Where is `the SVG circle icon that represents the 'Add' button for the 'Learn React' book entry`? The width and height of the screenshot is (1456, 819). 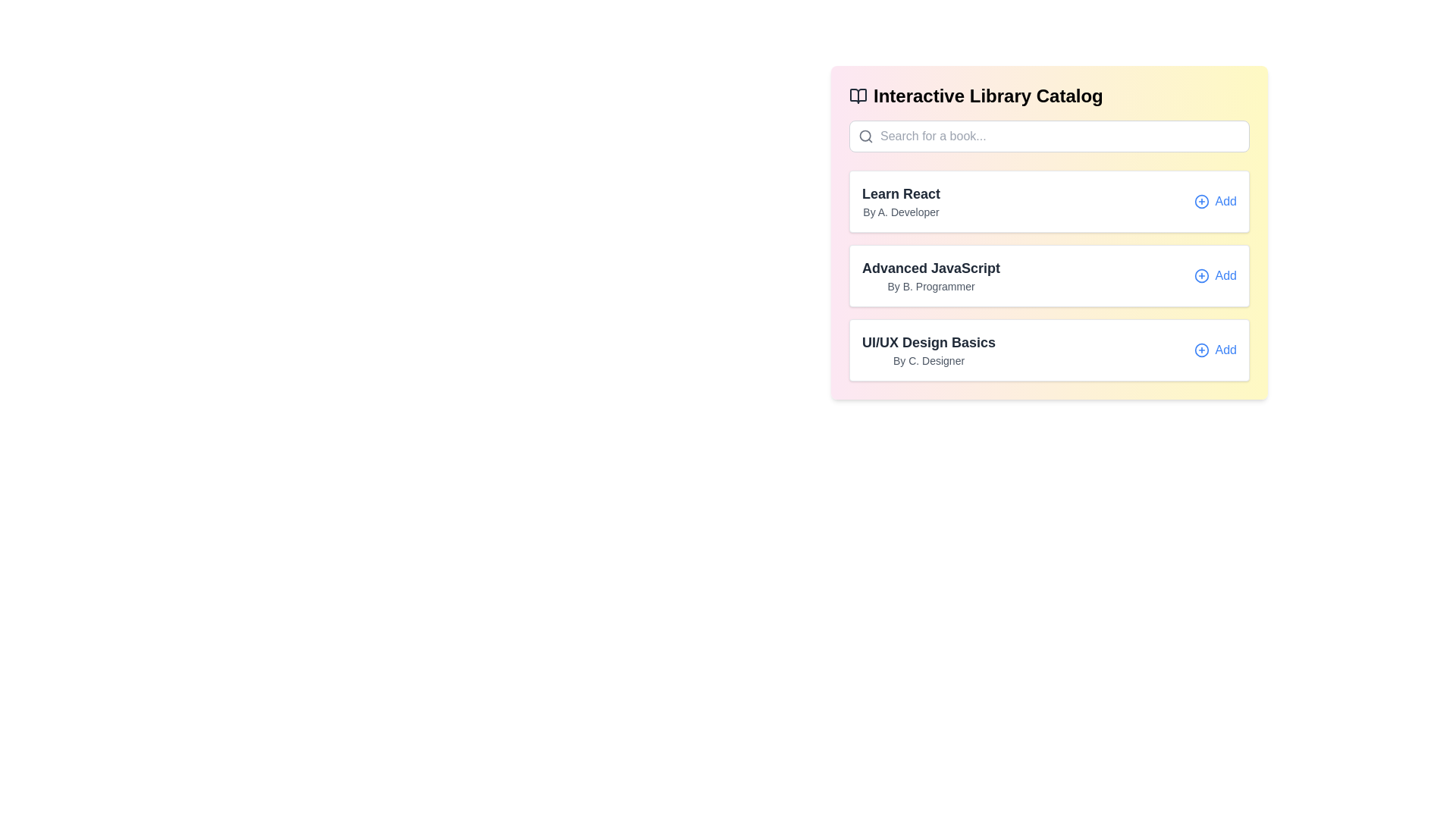
the SVG circle icon that represents the 'Add' button for the 'Learn React' book entry is located at coordinates (1200, 201).